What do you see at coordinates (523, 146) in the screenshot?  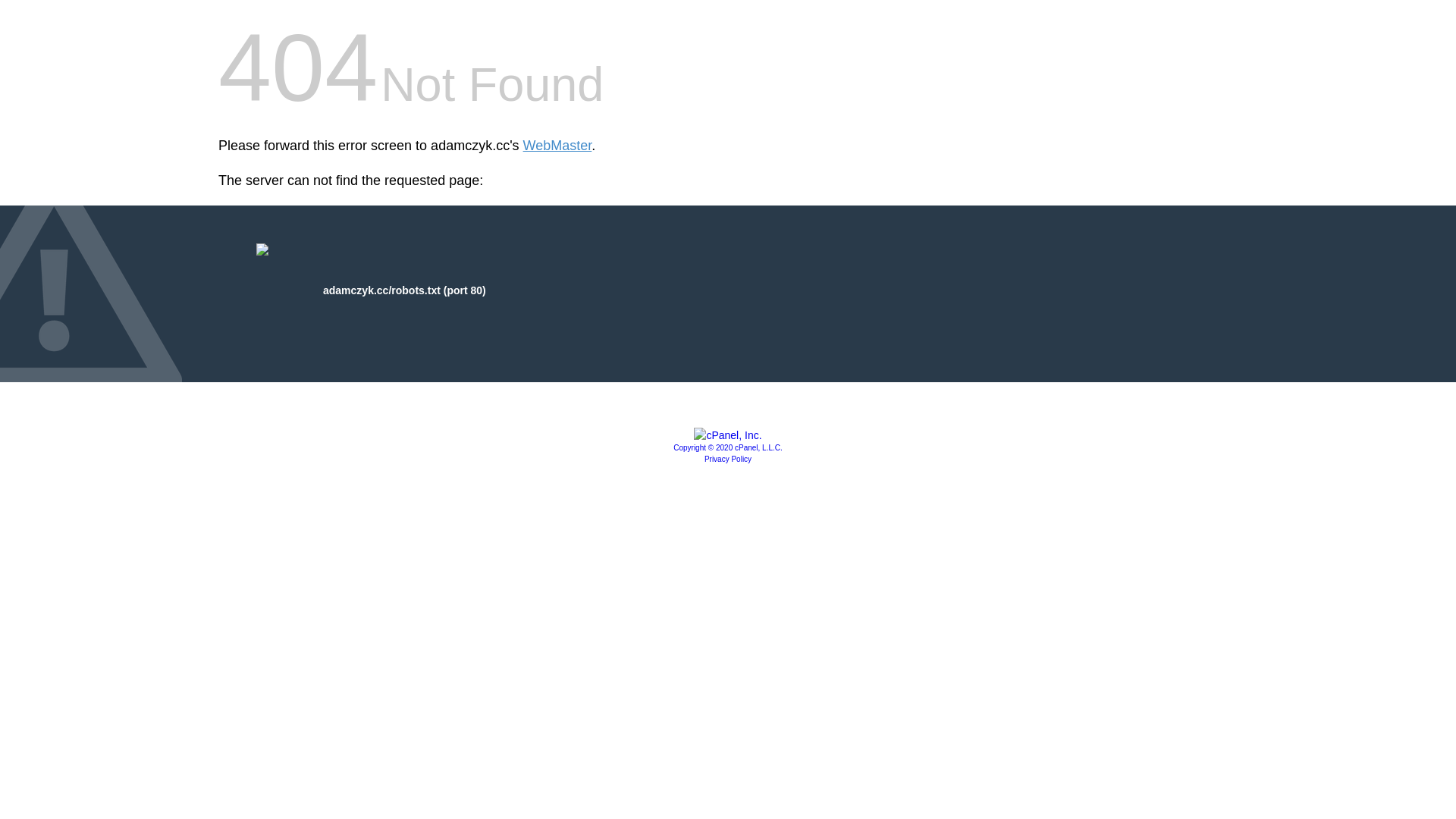 I see `'WebMaster'` at bounding box center [523, 146].